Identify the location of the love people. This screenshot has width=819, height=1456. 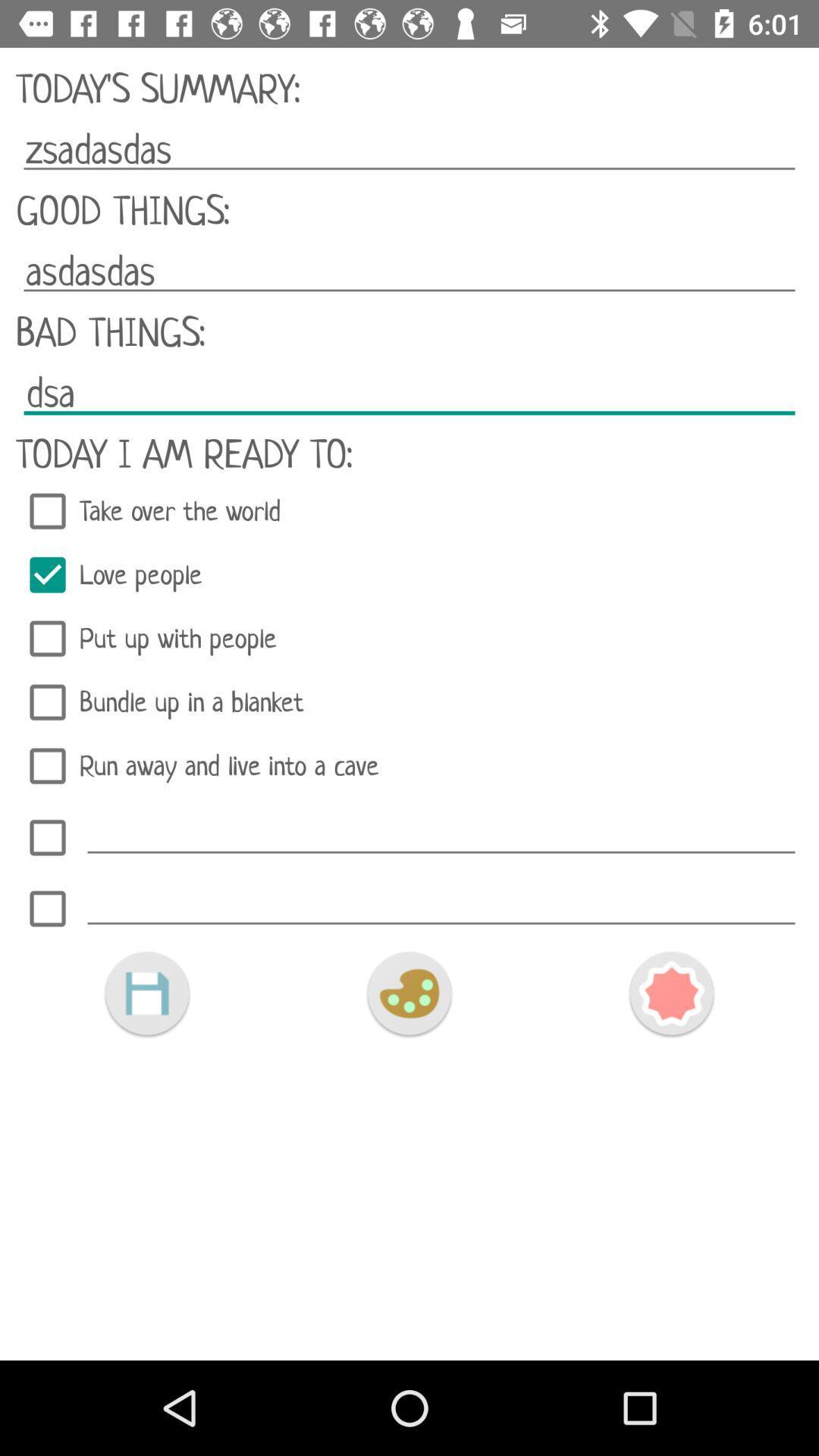
(409, 574).